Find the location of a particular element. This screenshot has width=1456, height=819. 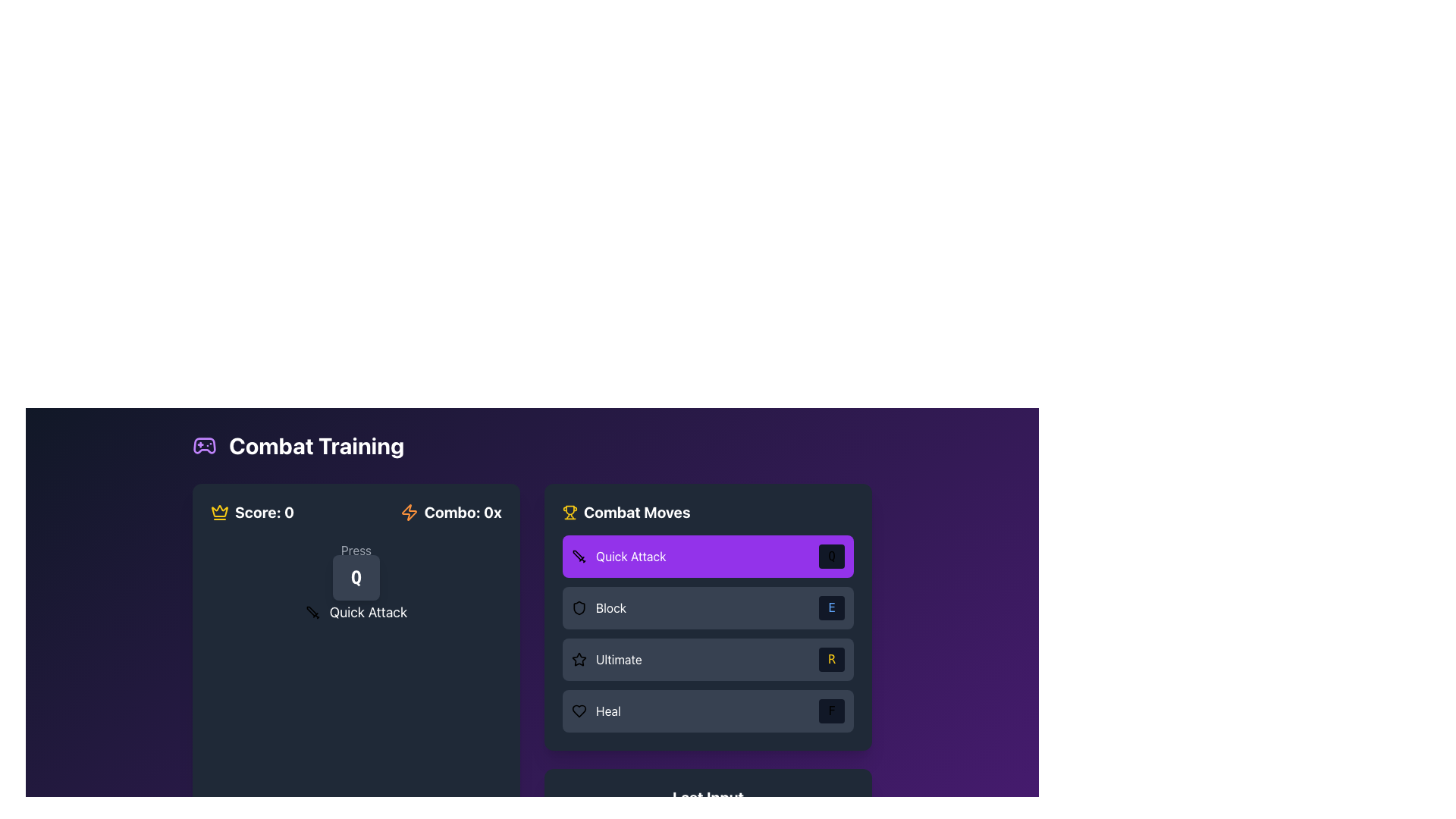

the Text Label with Icon displaying 'Combo: 0x' styled in bold white with an orange lightning icon, located at the top-right section of the 'Combat Training' panel is located at coordinates (450, 512).